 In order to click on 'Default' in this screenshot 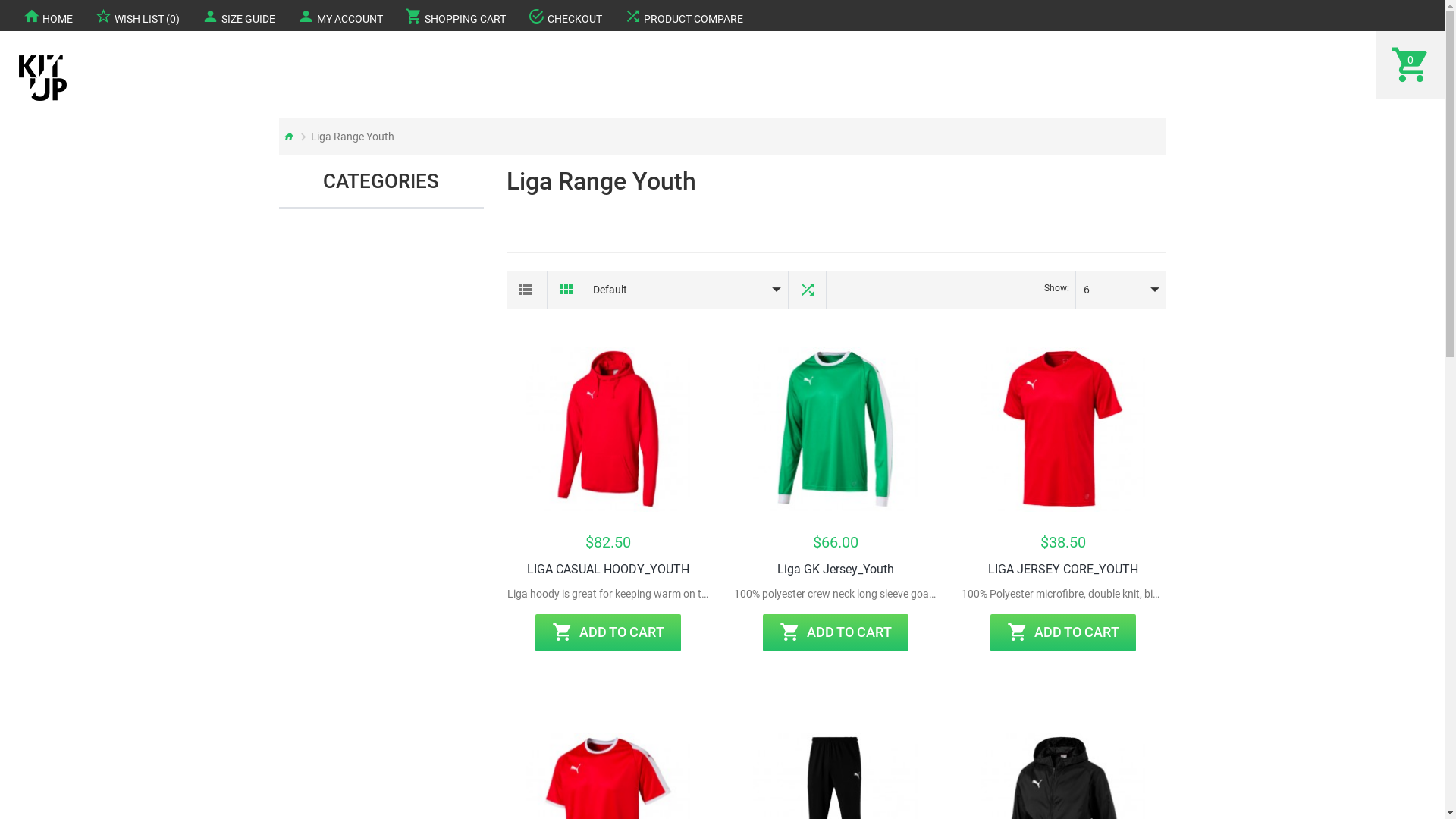, I will do `click(675, 289)`.